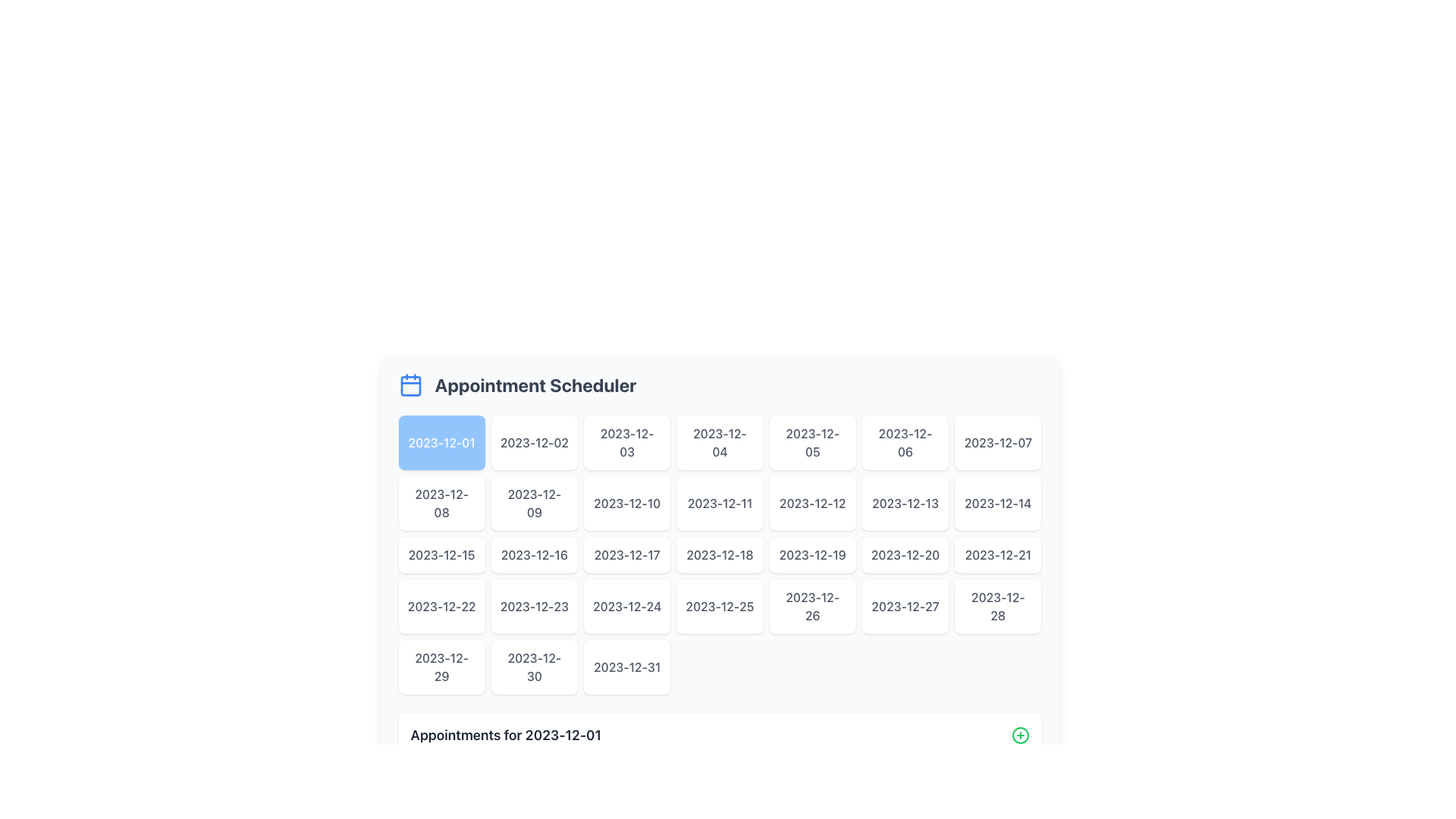  Describe the element at coordinates (441, 555) in the screenshot. I see `the button displaying the text '2023-12-15' in the Appointment Scheduler date picker` at that location.